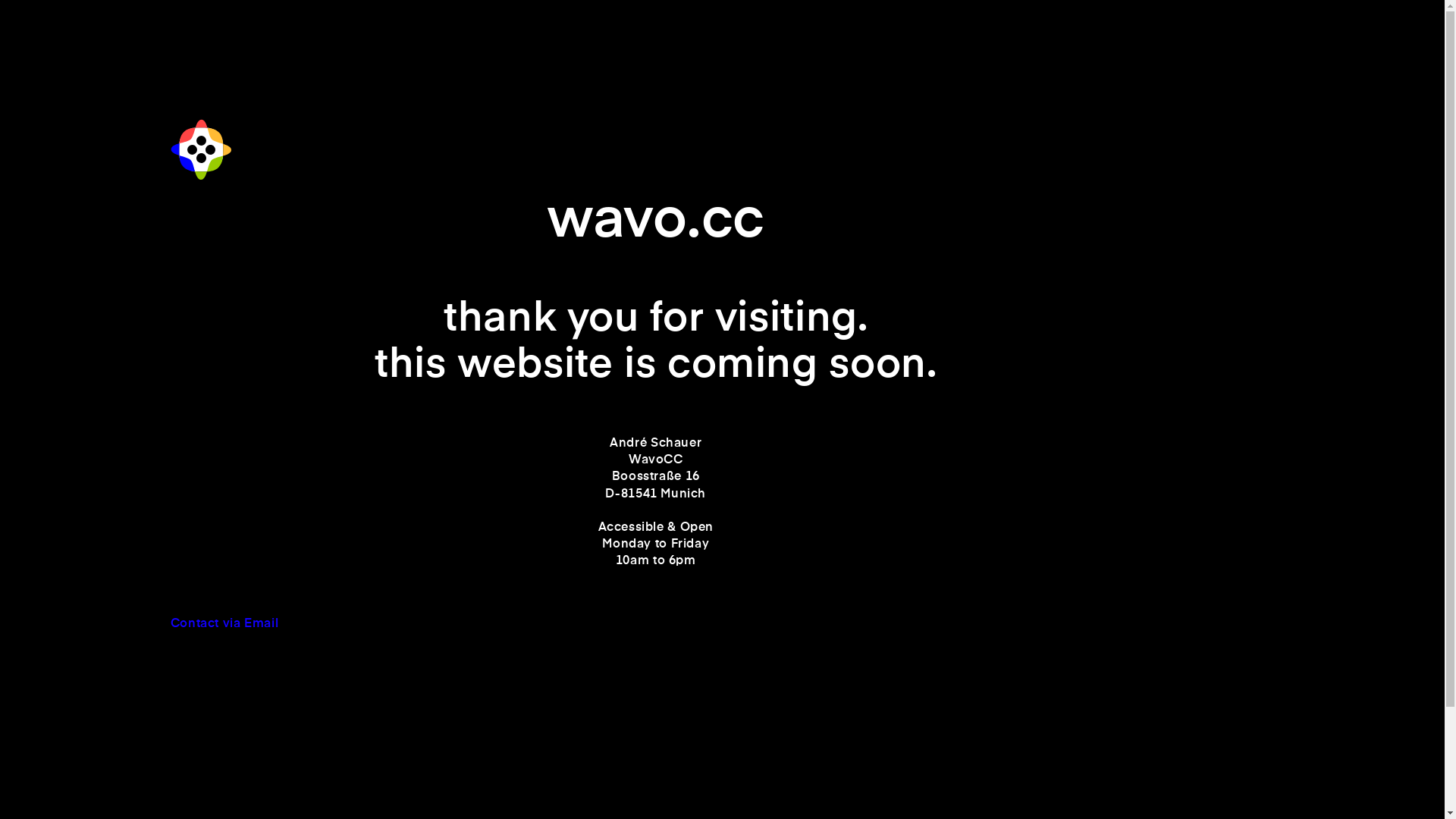 This screenshot has width=1456, height=819. What do you see at coordinates (171, 632) in the screenshot?
I see `'Contact via Email` at bounding box center [171, 632].